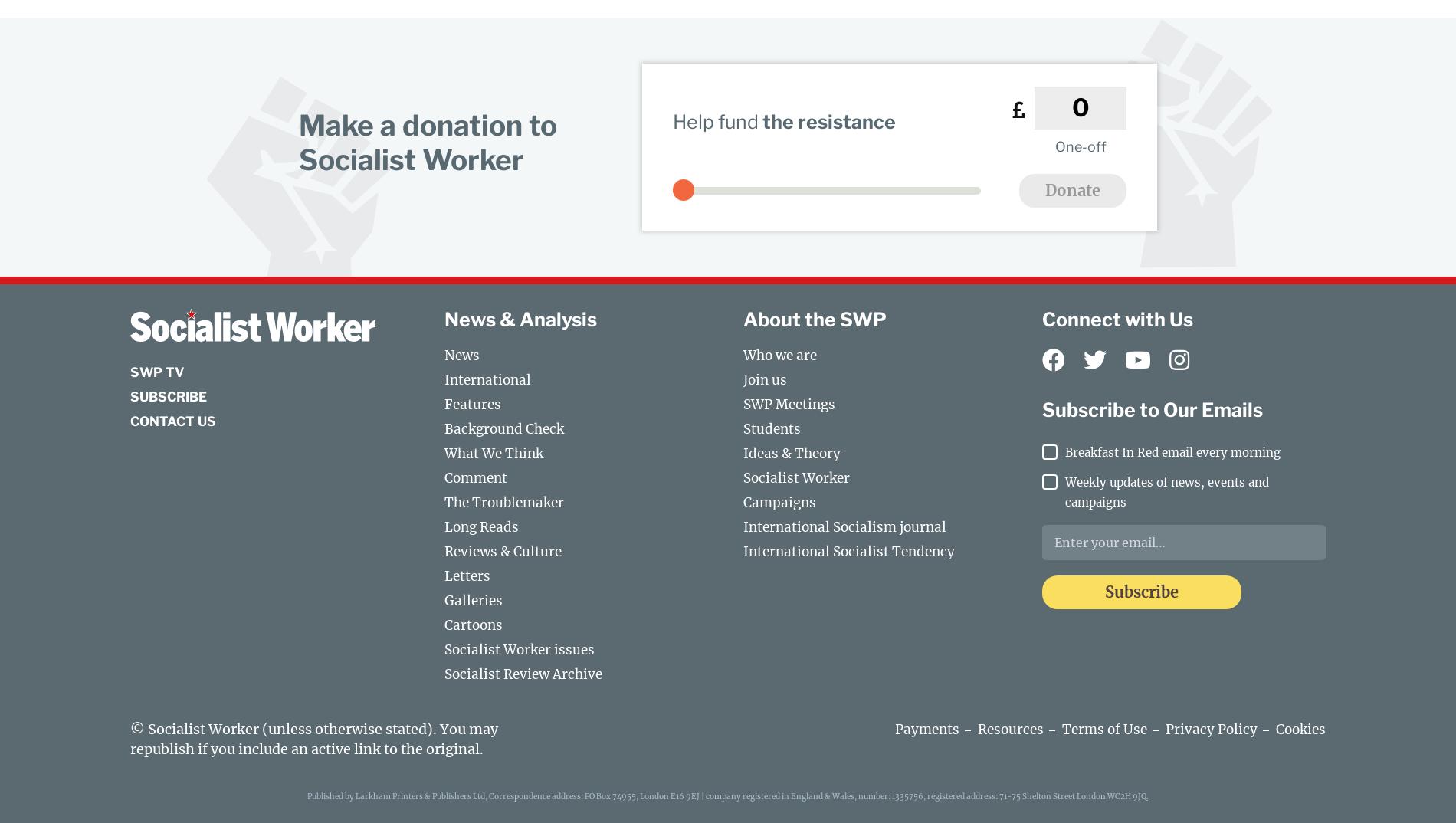 The width and height of the screenshot is (1456, 823). What do you see at coordinates (779, 501) in the screenshot?
I see `'Campaigns'` at bounding box center [779, 501].